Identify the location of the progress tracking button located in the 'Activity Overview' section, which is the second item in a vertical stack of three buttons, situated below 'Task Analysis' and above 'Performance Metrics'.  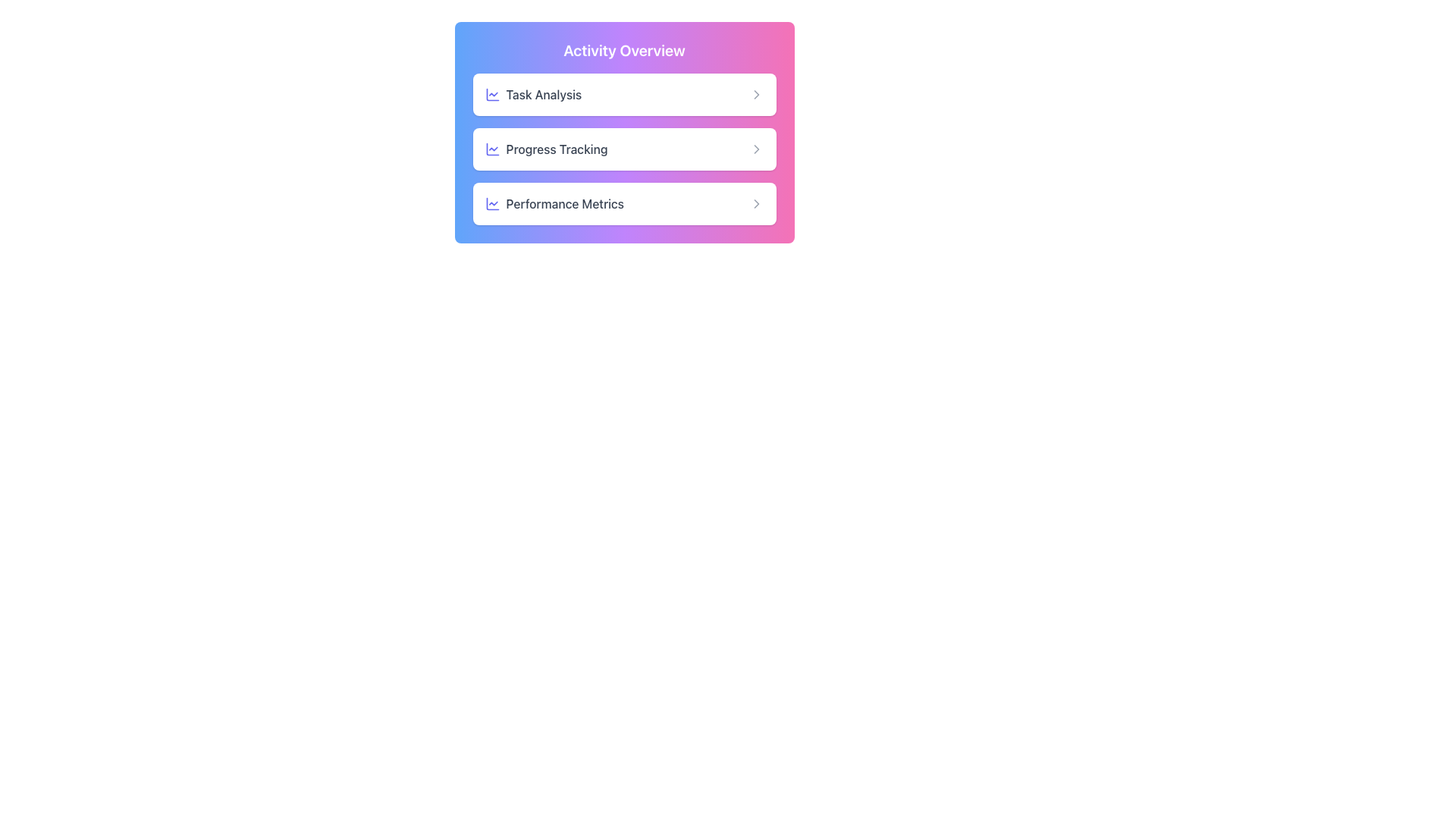
(624, 149).